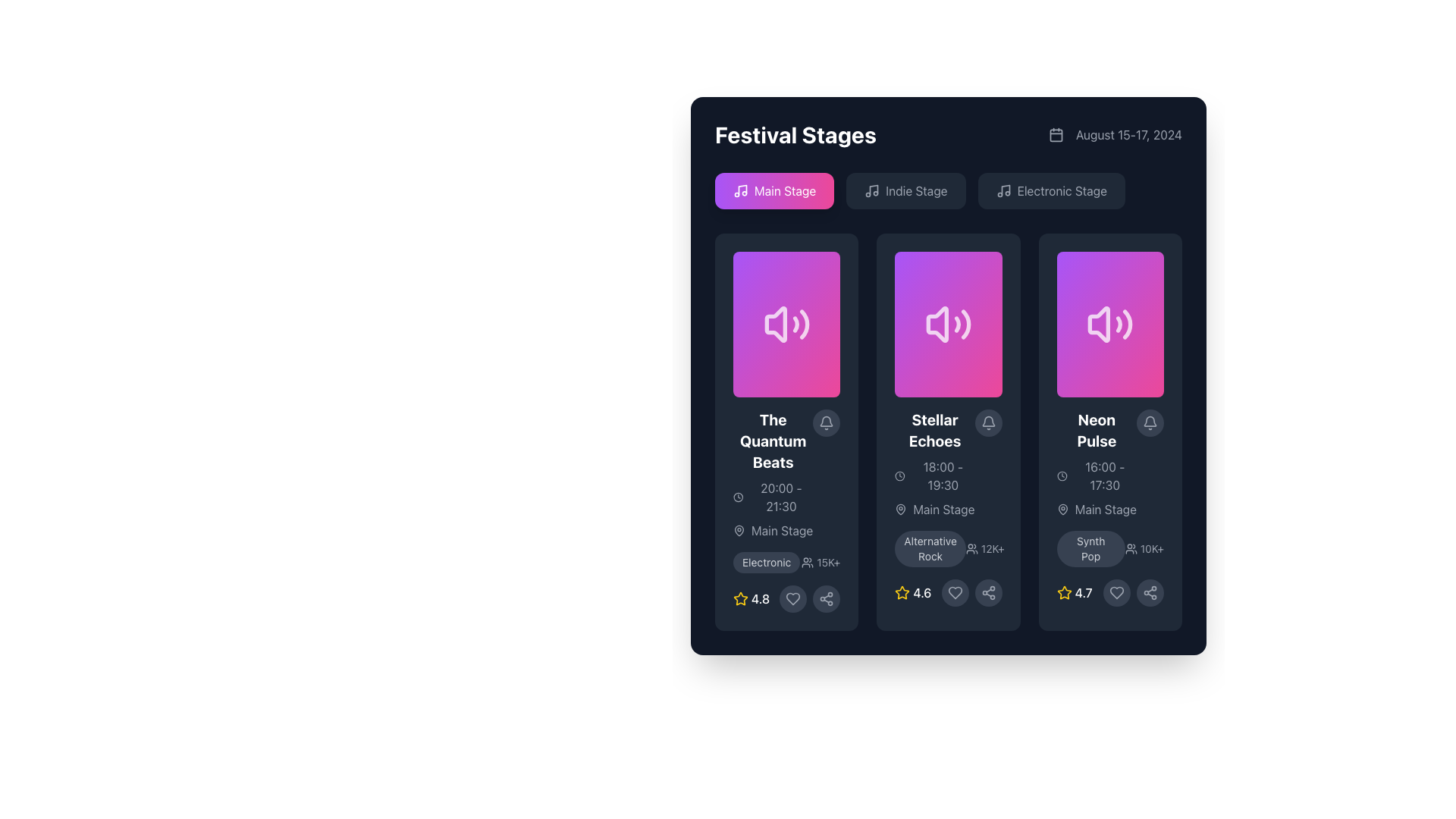  I want to click on the static text element serving as the title for the section introducing the content related to 'Festival Stages.', so click(795, 133).